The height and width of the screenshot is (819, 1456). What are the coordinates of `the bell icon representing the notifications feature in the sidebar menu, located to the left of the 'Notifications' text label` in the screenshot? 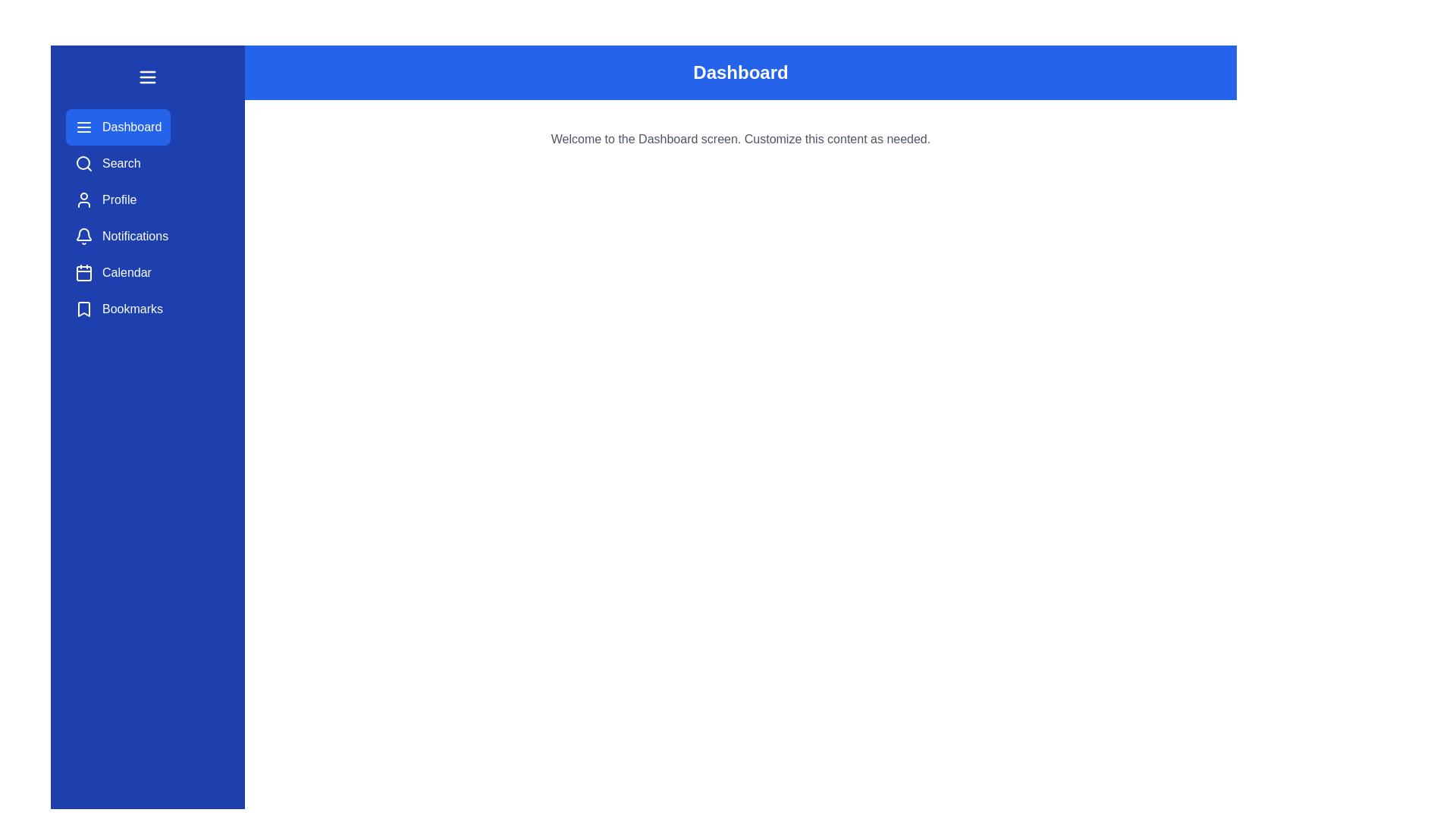 It's located at (83, 237).